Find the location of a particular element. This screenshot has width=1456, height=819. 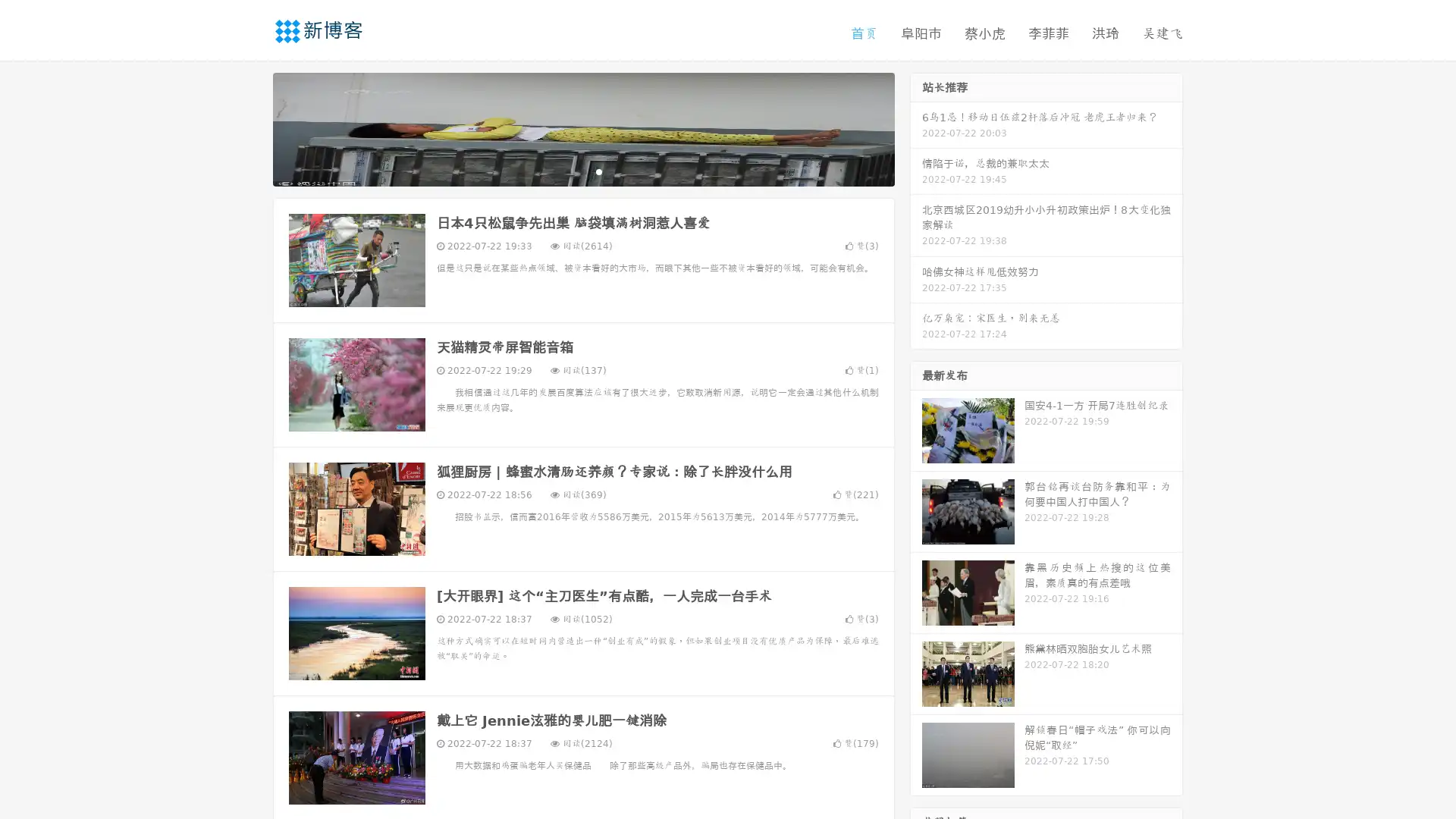

Go to slide 1 is located at coordinates (567, 171).